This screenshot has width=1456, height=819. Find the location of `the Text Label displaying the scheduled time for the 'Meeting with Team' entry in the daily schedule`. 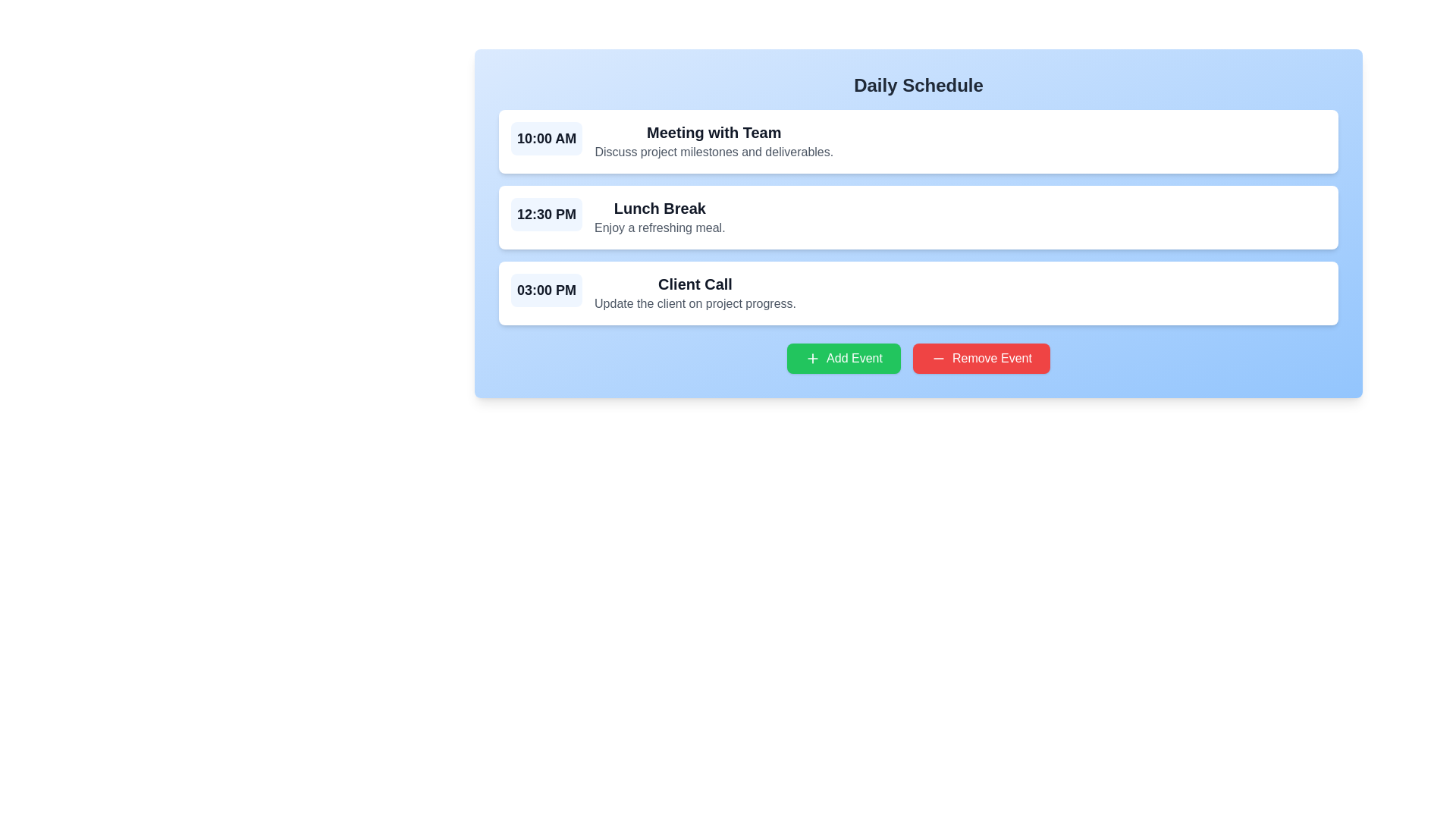

the Text Label displaying the scheduled time for the 'Meeting with Team' entry in the daily schedule is located at coordinates (546, 138).